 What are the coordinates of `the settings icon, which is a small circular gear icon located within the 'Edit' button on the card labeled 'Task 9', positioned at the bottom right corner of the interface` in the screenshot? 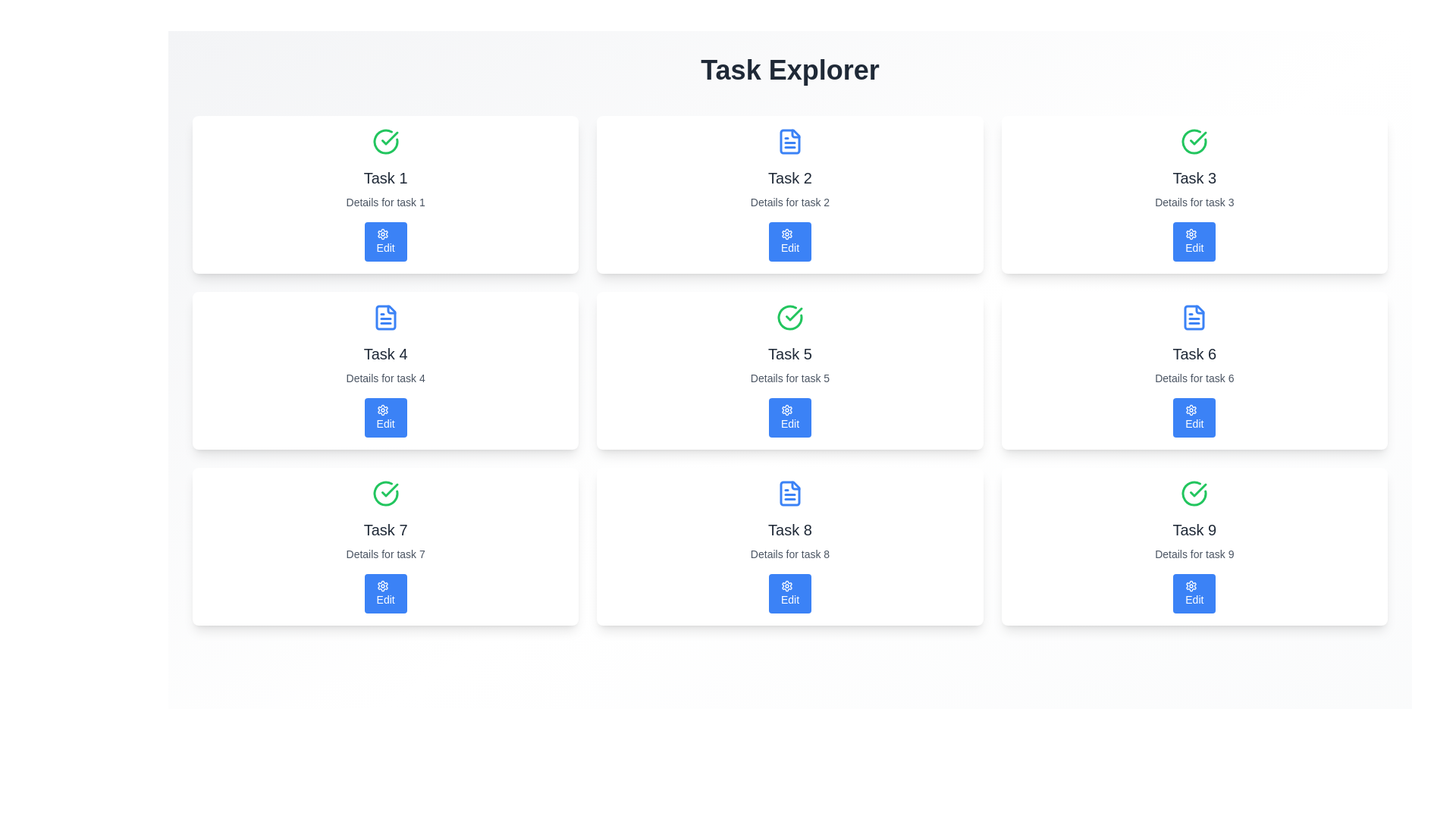 It's located at (1191, 585).